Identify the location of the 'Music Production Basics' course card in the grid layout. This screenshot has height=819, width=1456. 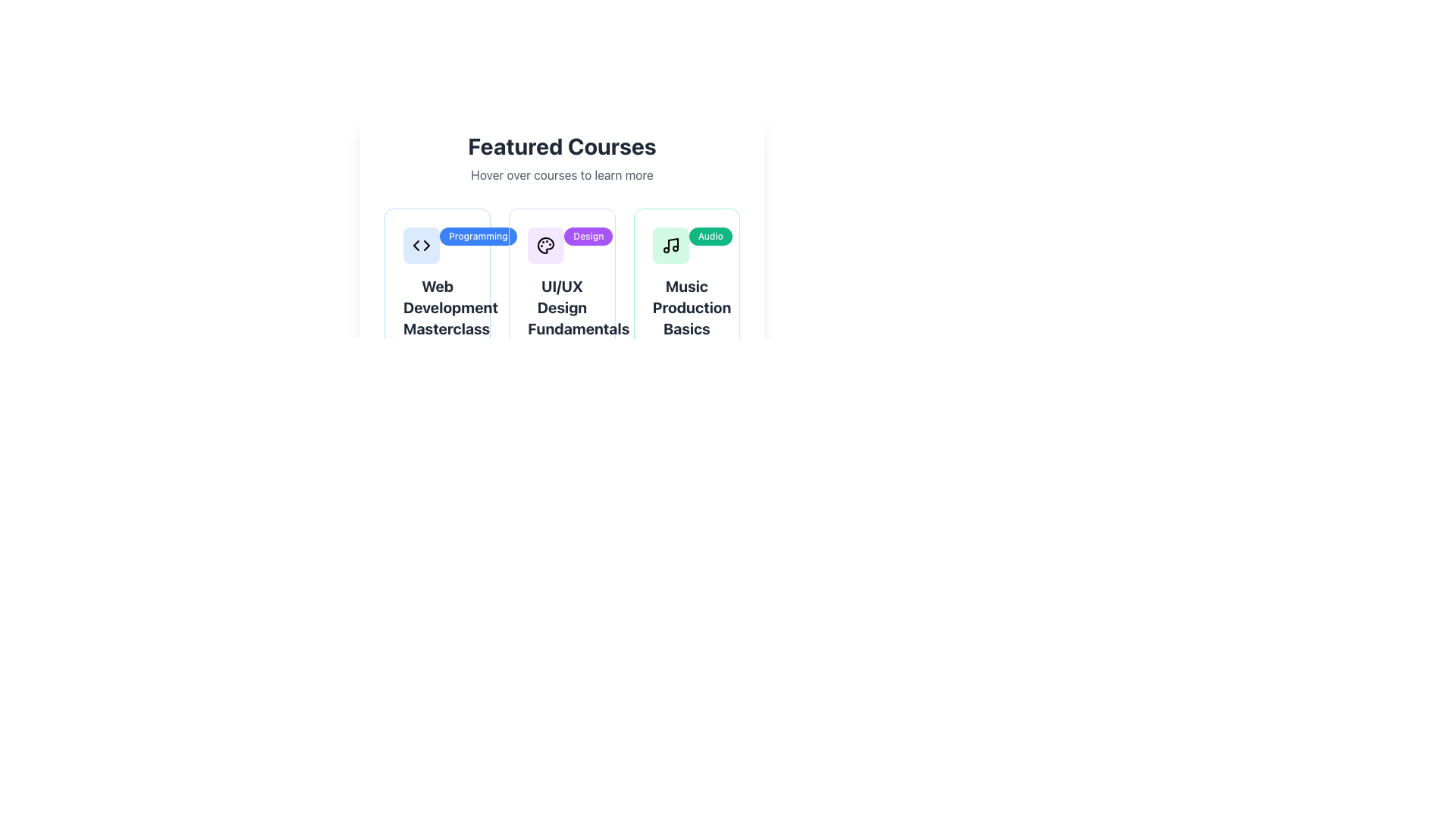
(686, 322).